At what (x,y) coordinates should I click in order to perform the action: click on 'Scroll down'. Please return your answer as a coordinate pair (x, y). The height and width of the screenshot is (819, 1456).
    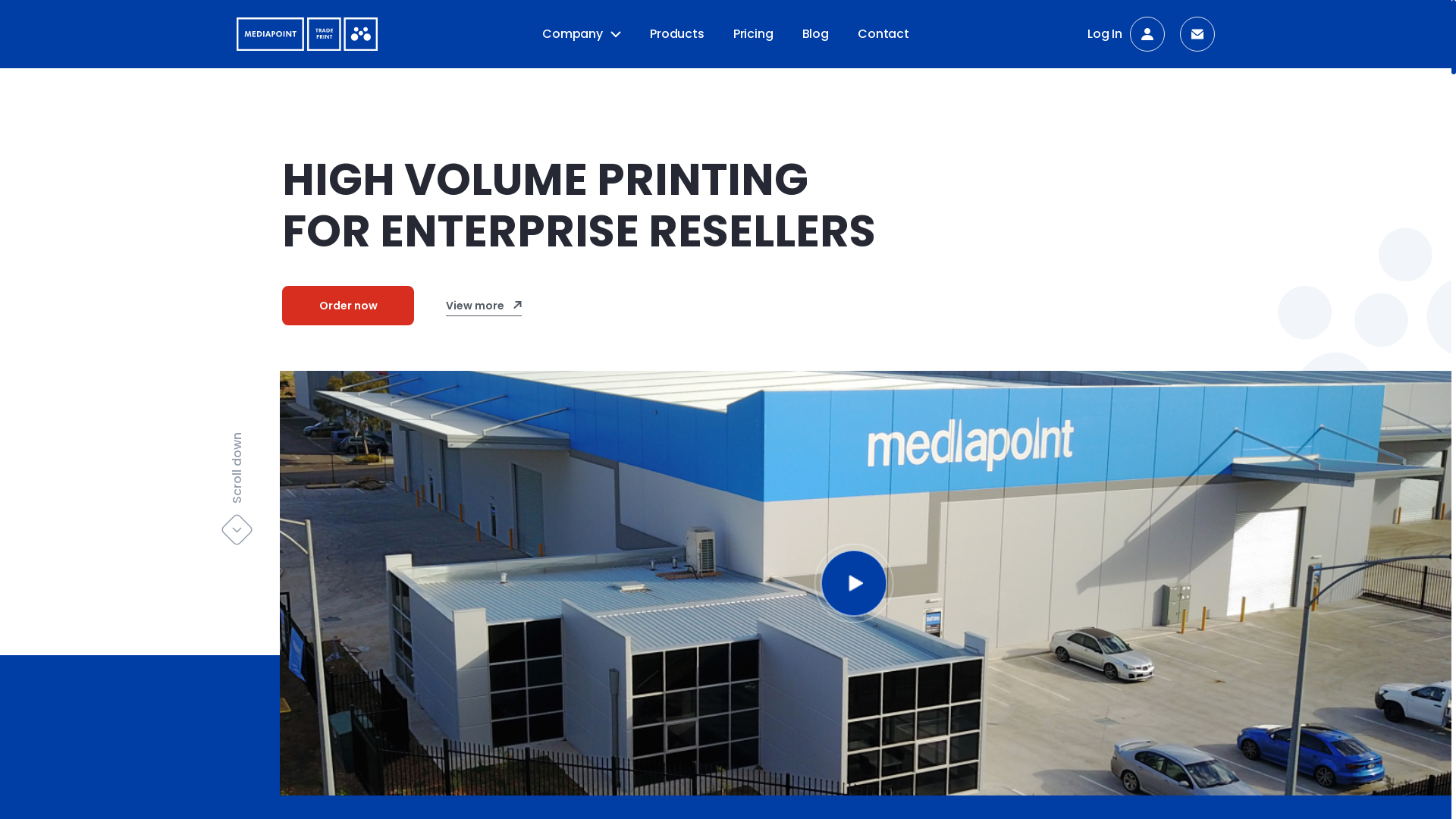
    Looking at the image, I should click on (277, 448).